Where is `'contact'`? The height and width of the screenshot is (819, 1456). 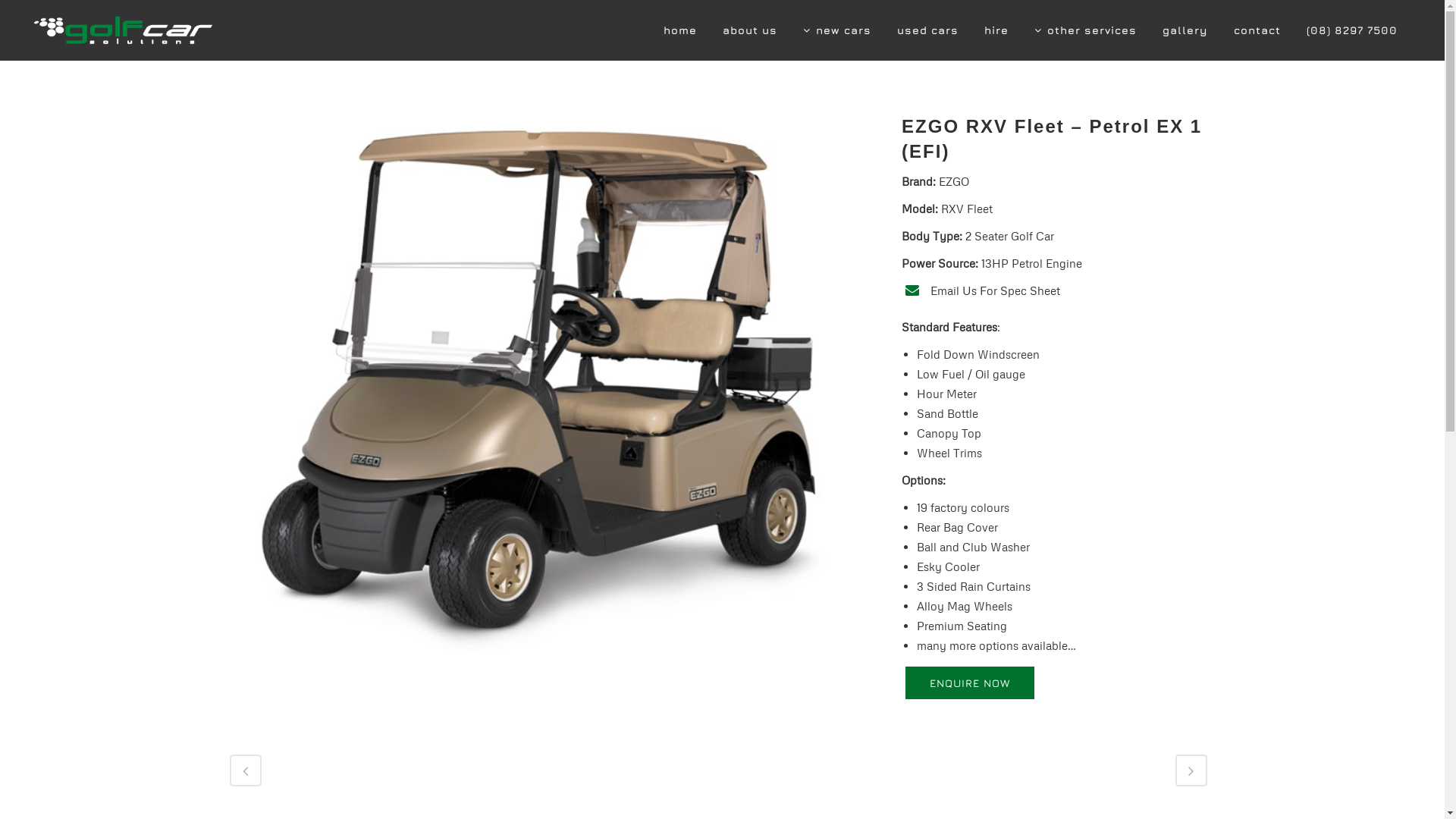
'contact' is located at coordinates (1257, 30).